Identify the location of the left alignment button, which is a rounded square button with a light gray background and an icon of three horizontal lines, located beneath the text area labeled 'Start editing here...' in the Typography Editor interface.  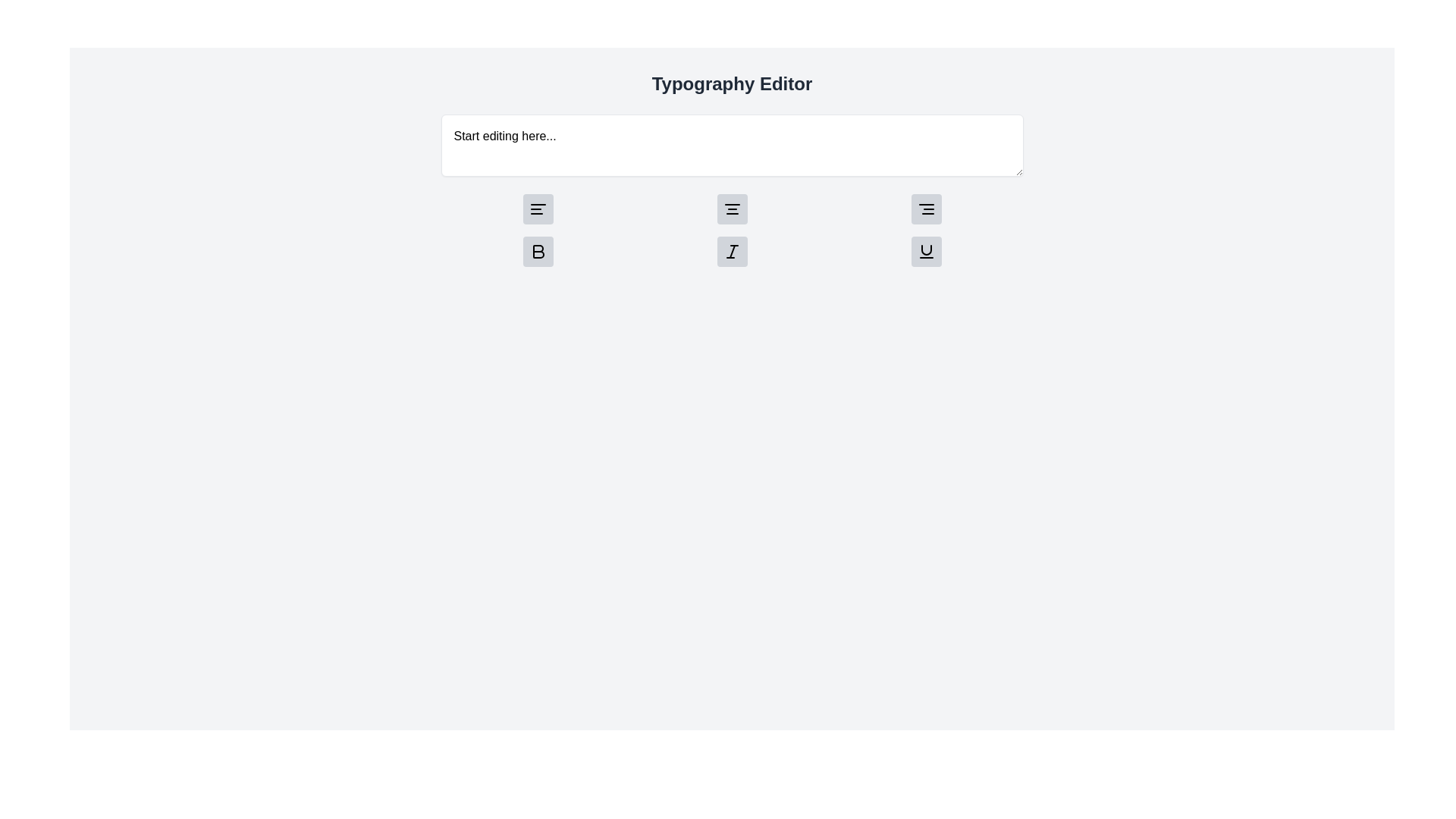
(538, 209).